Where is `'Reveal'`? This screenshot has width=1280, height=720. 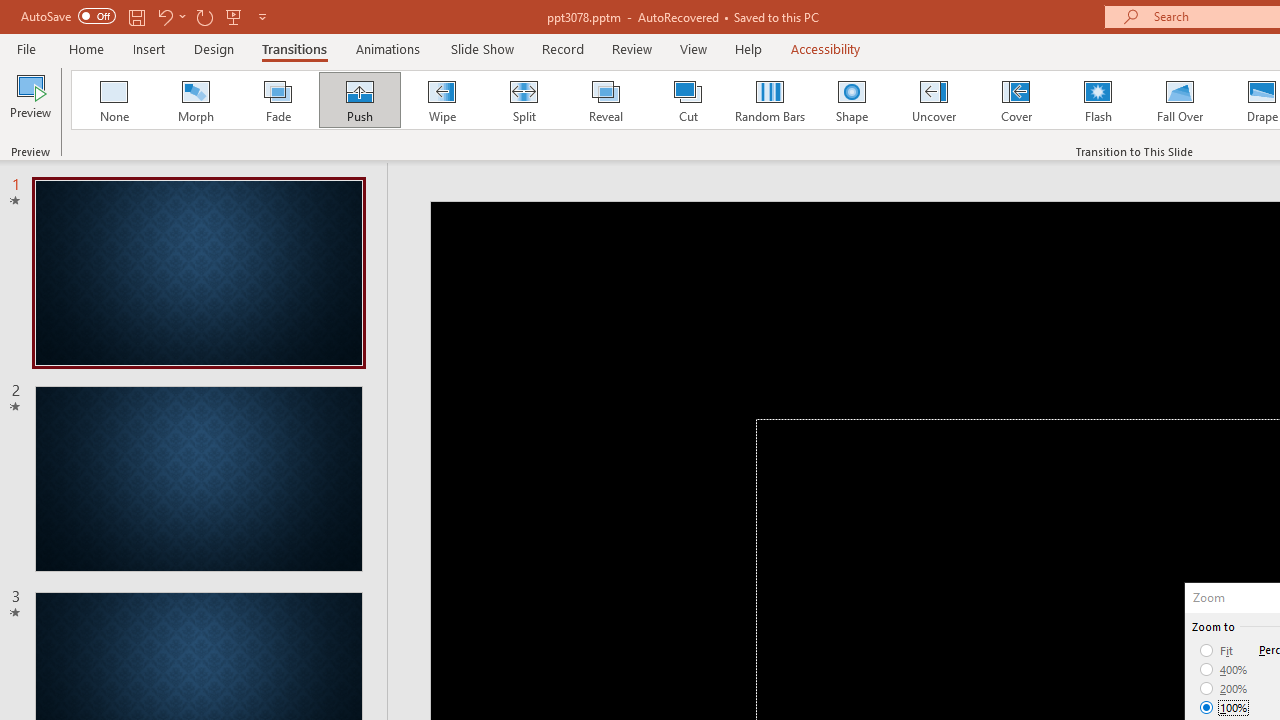
'Reveal' is located at coordinates (604, 100).